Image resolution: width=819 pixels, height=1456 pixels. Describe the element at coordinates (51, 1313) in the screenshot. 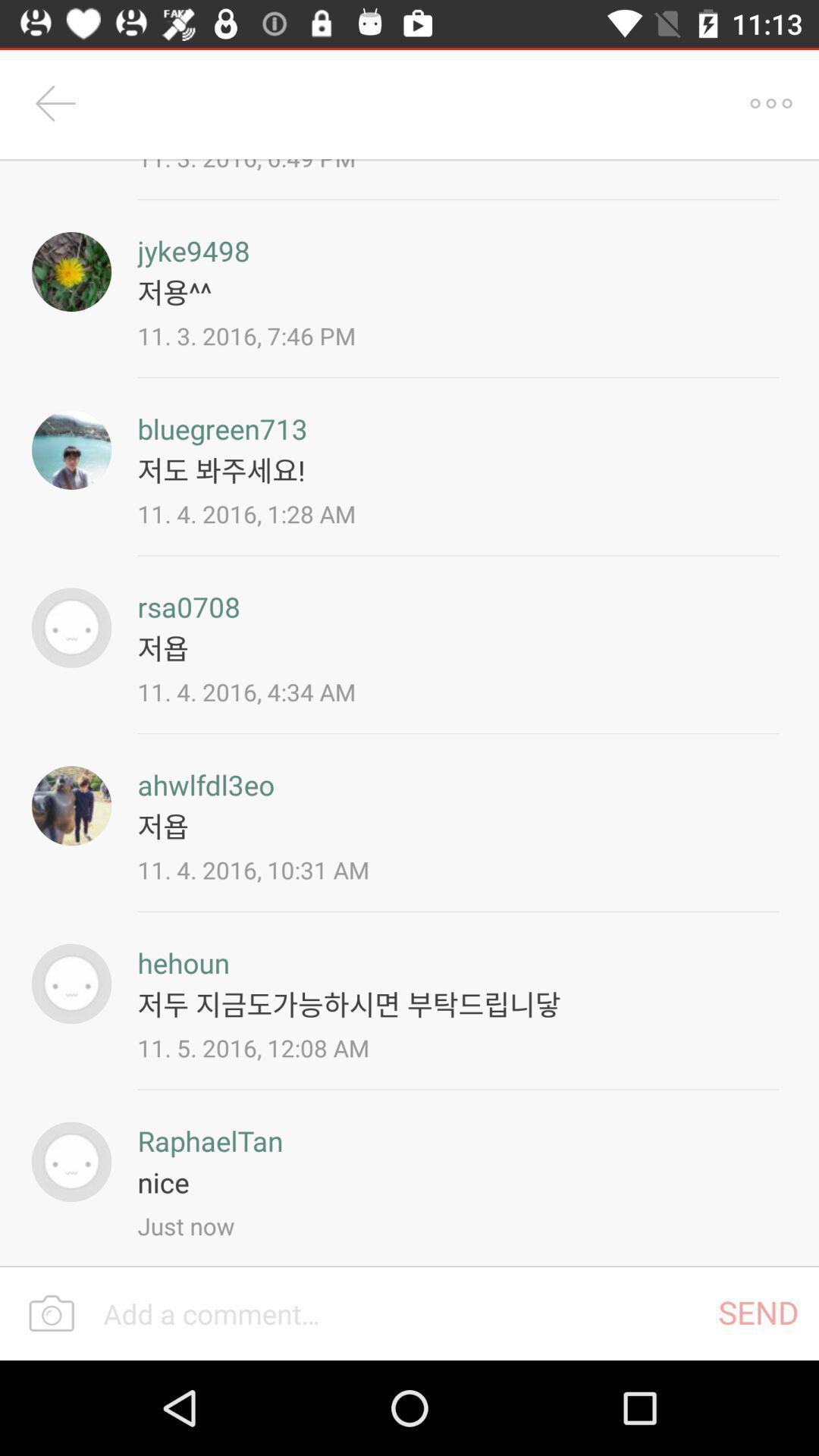

I see `option to open the camera` at that location.